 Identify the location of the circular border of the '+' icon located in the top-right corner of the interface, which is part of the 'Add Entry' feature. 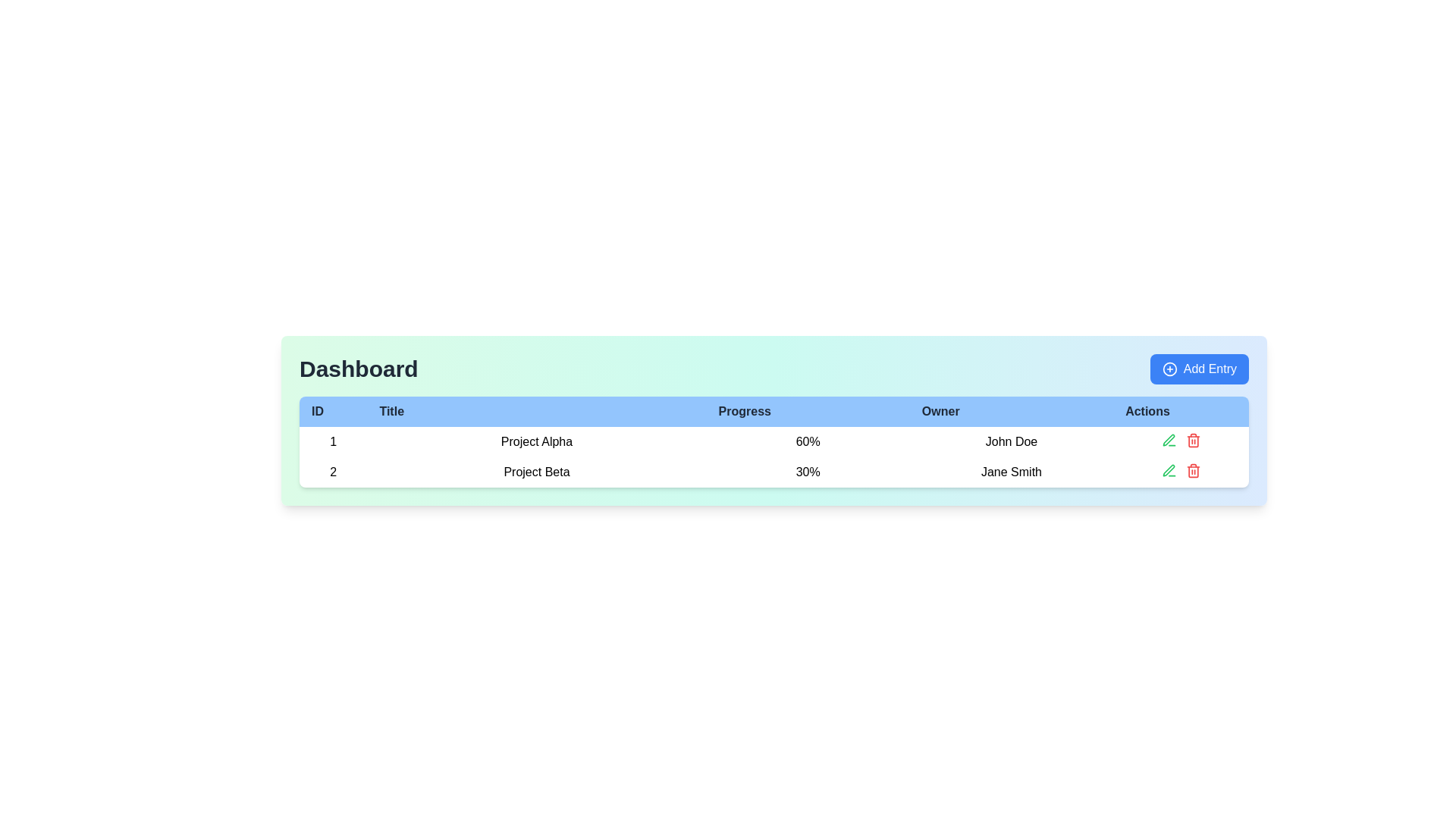
(1169, 369).